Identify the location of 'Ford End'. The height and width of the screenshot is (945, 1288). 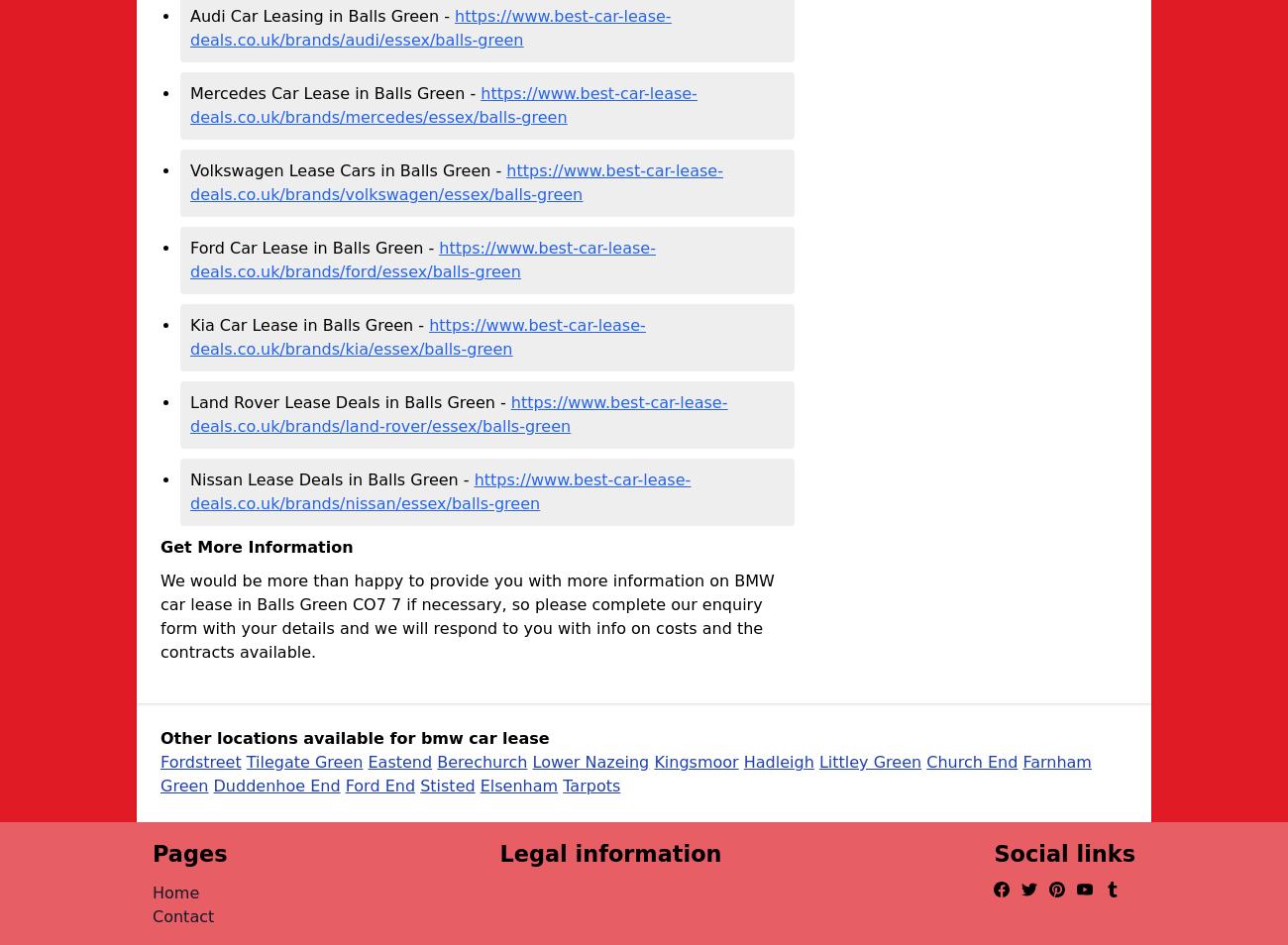
(379, 786).